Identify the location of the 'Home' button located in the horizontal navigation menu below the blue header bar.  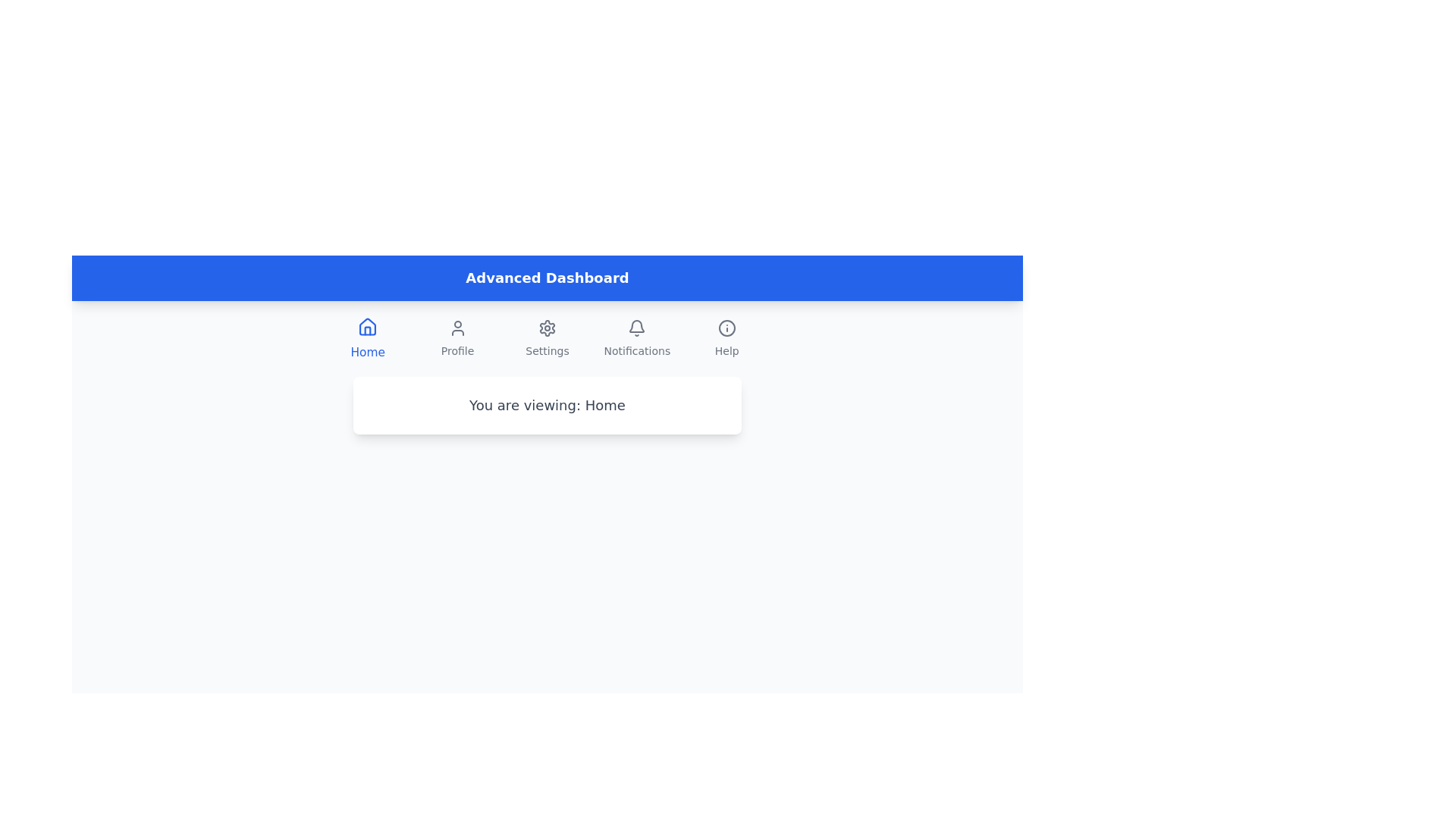
(368, 338).